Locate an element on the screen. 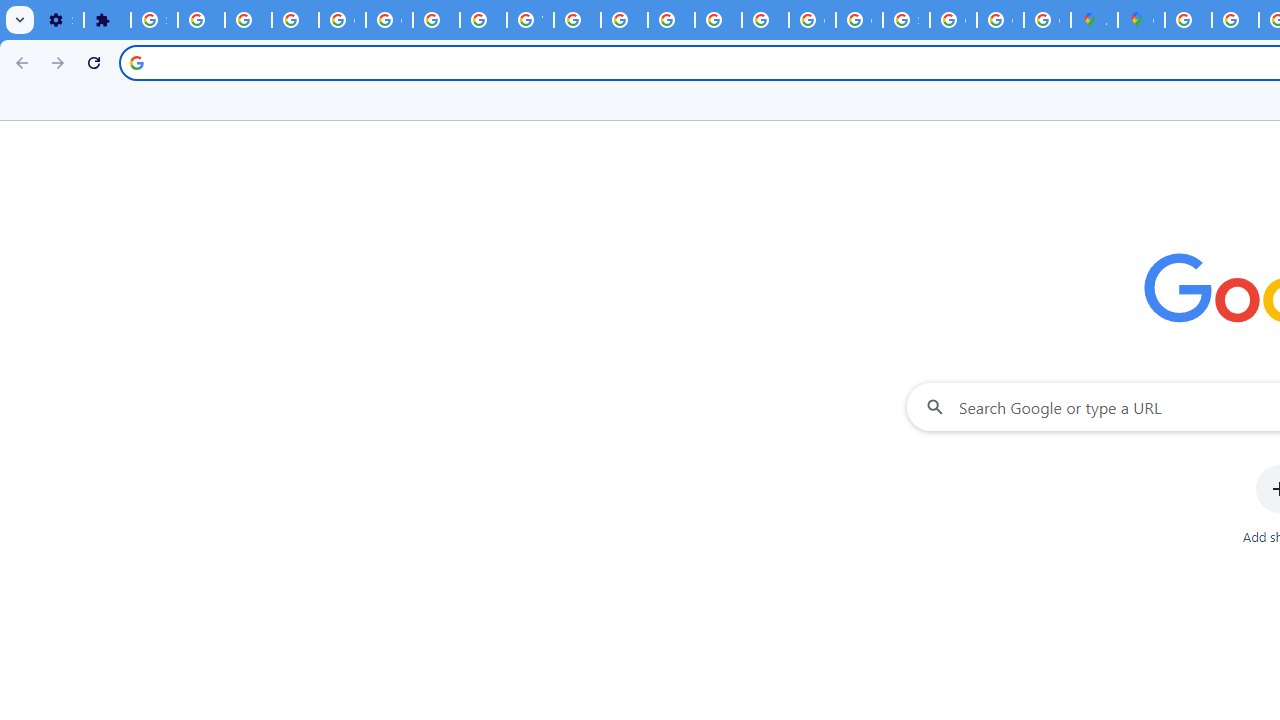 Image resolution: width=1280 pixels, height=720 pixels. 'Settings - On startup' is located at coordinates (60, 20).